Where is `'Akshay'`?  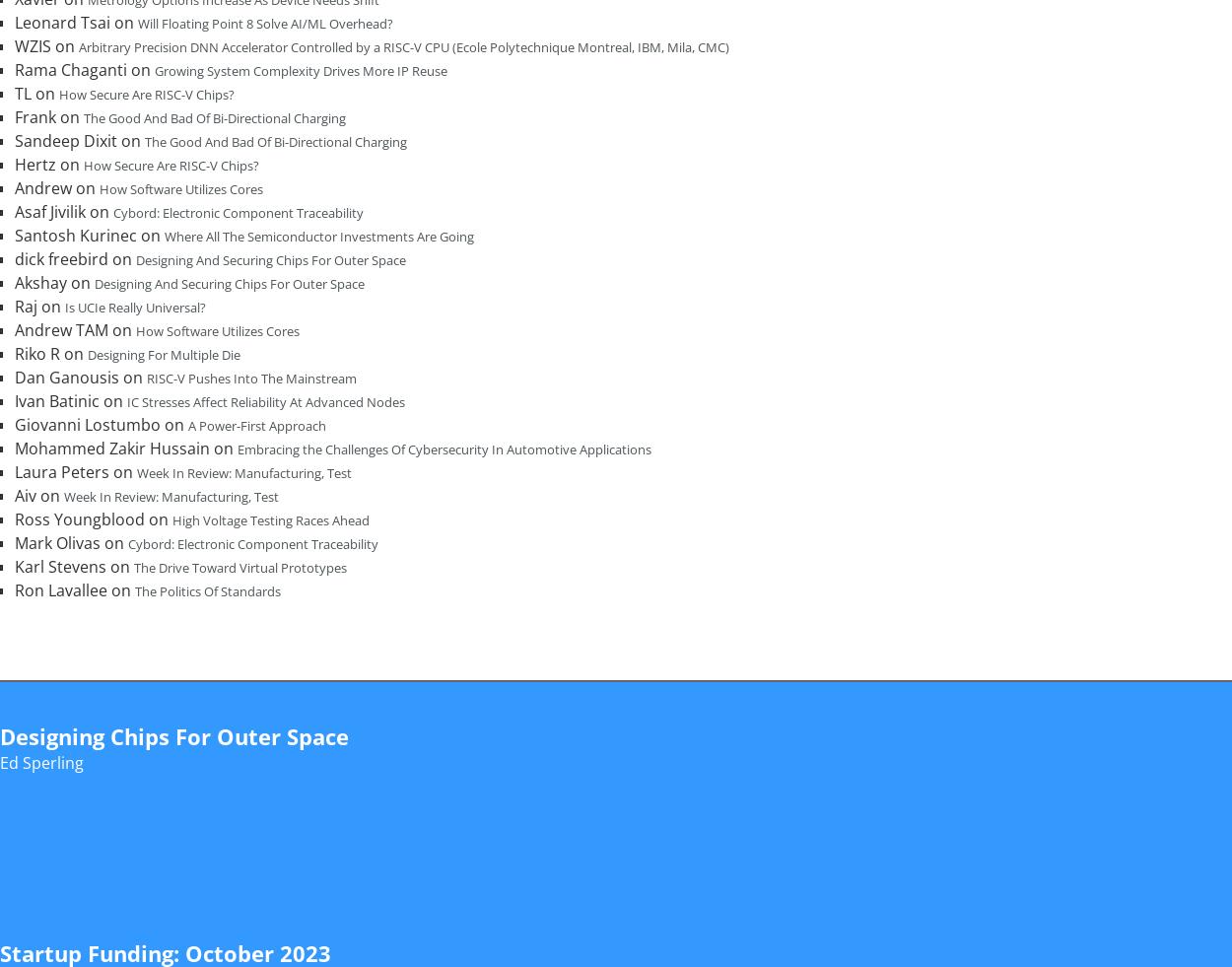
'Akshay' is located at coordinates (40, 282).